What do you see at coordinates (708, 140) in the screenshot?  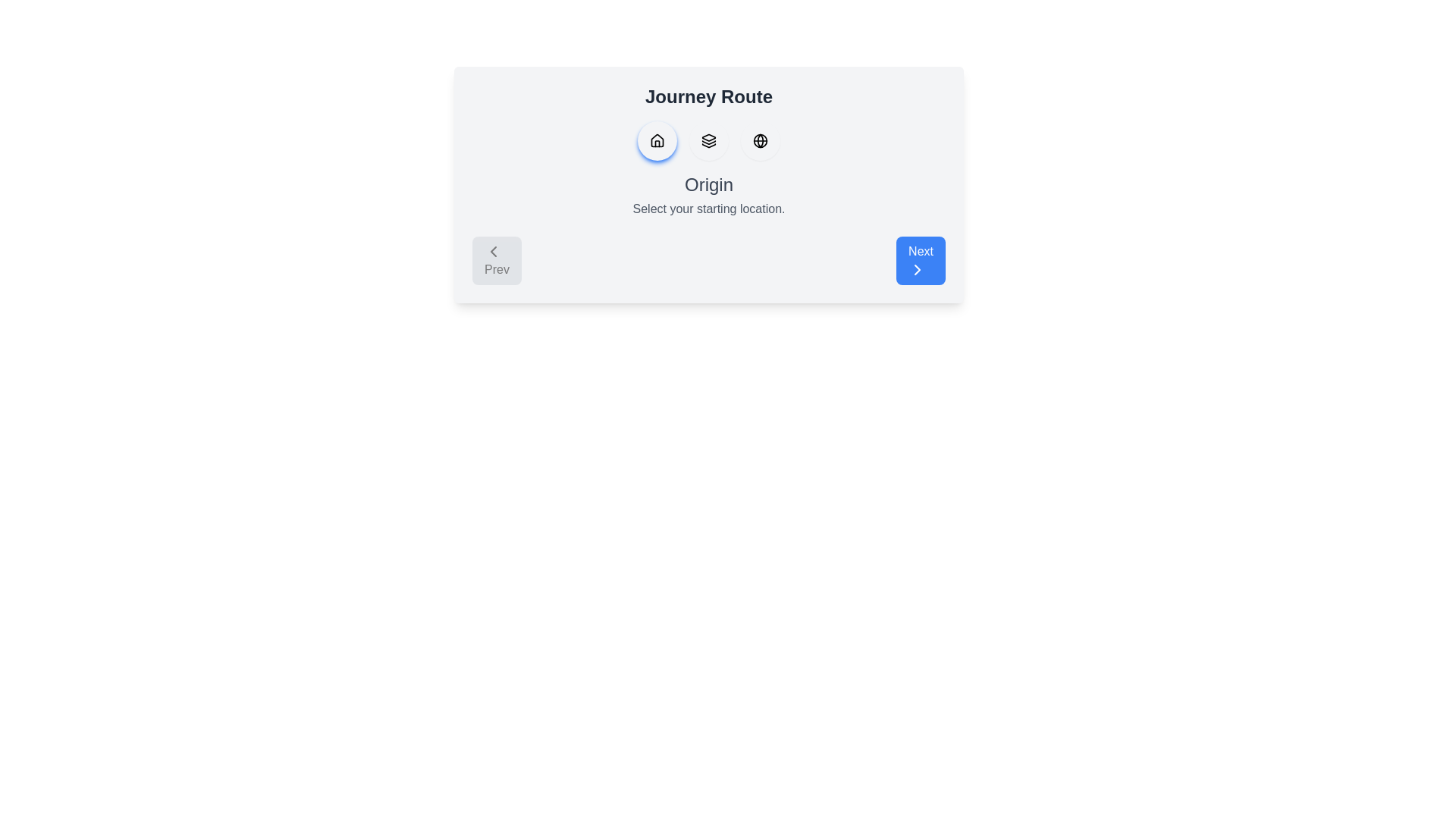 I see `the circular icon button with a stacked layers symbol inside, located at the center of the interface under the header 'Journey Route'` at bounding box center [708, 140].